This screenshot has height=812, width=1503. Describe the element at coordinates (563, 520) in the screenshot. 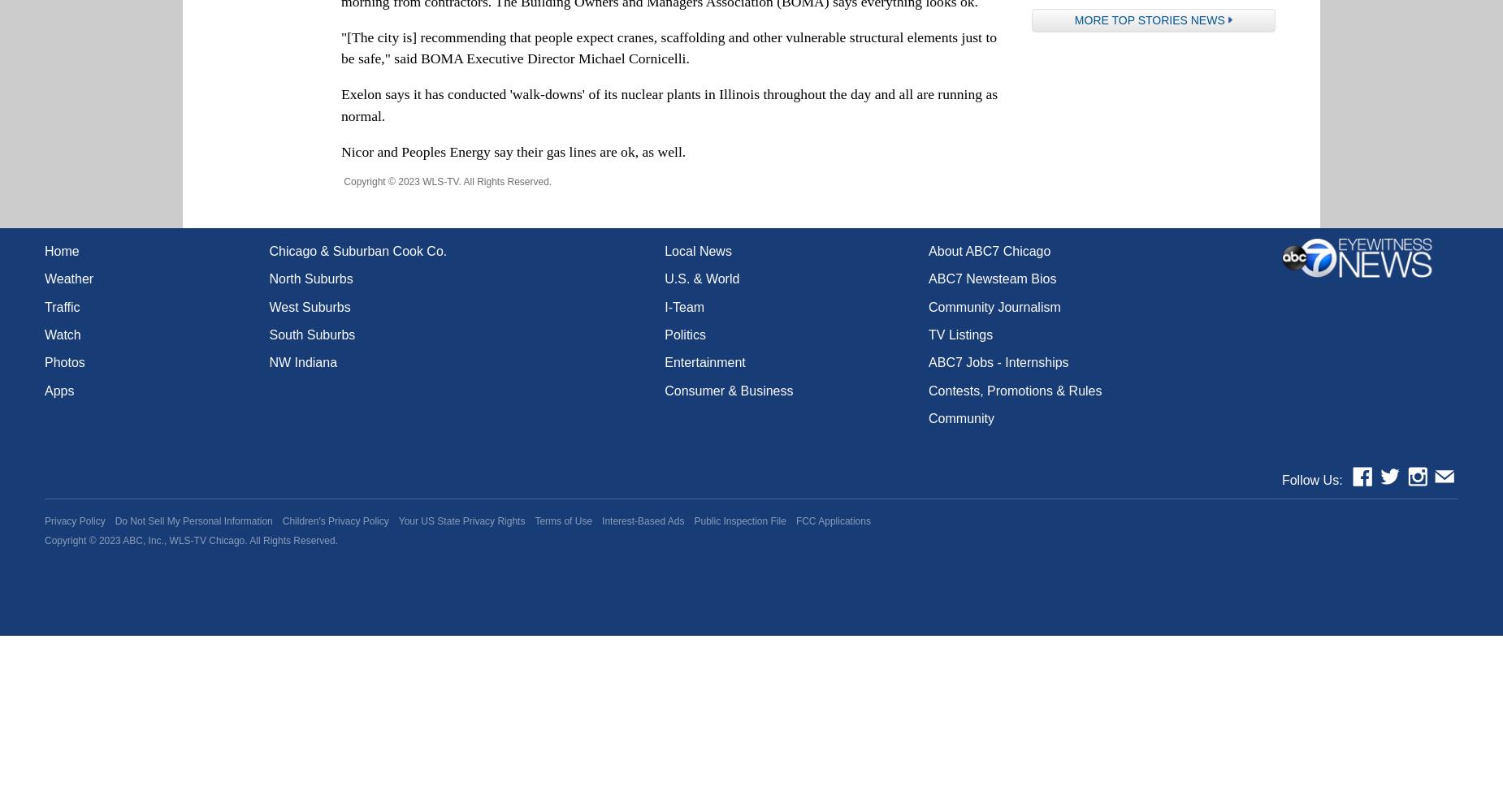

I see `'Terms of Use'` at that location.